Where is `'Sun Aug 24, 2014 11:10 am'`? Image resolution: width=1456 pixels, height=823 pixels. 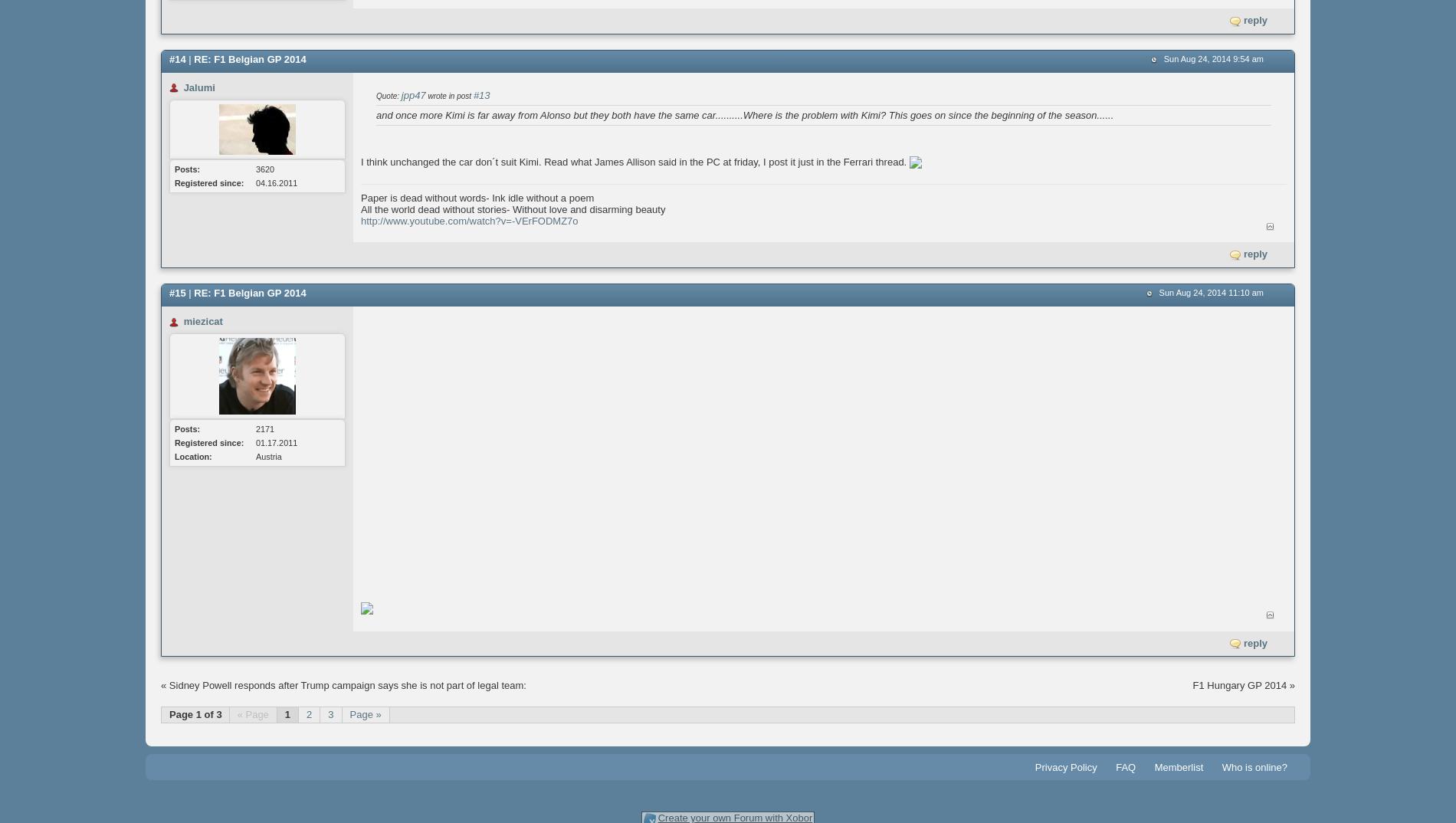
'Sun Aug 24, 2014 11:10 am' is located at coordinates (1211, 291).